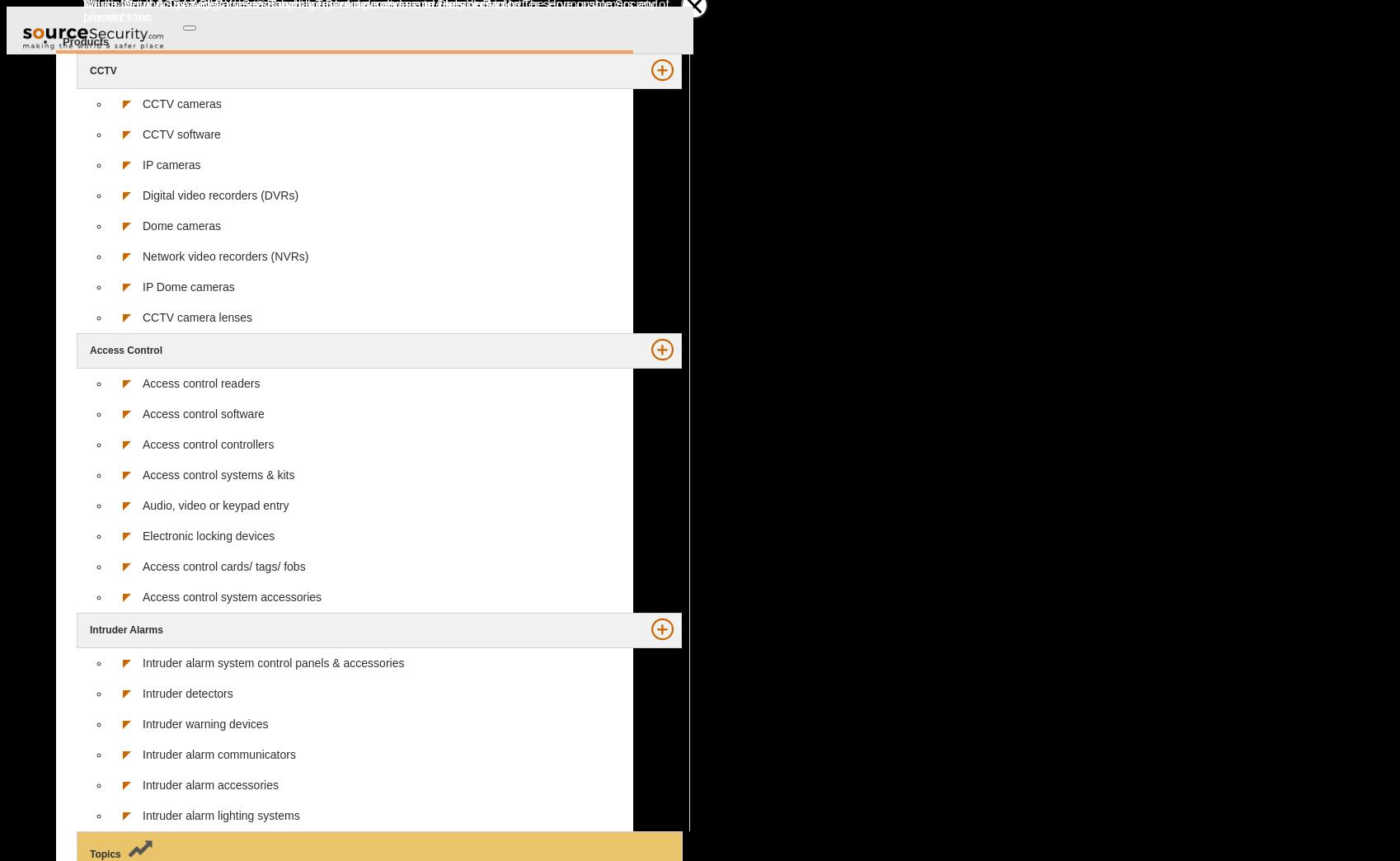  I want to click on 'Counter terror', so click(99, 200).